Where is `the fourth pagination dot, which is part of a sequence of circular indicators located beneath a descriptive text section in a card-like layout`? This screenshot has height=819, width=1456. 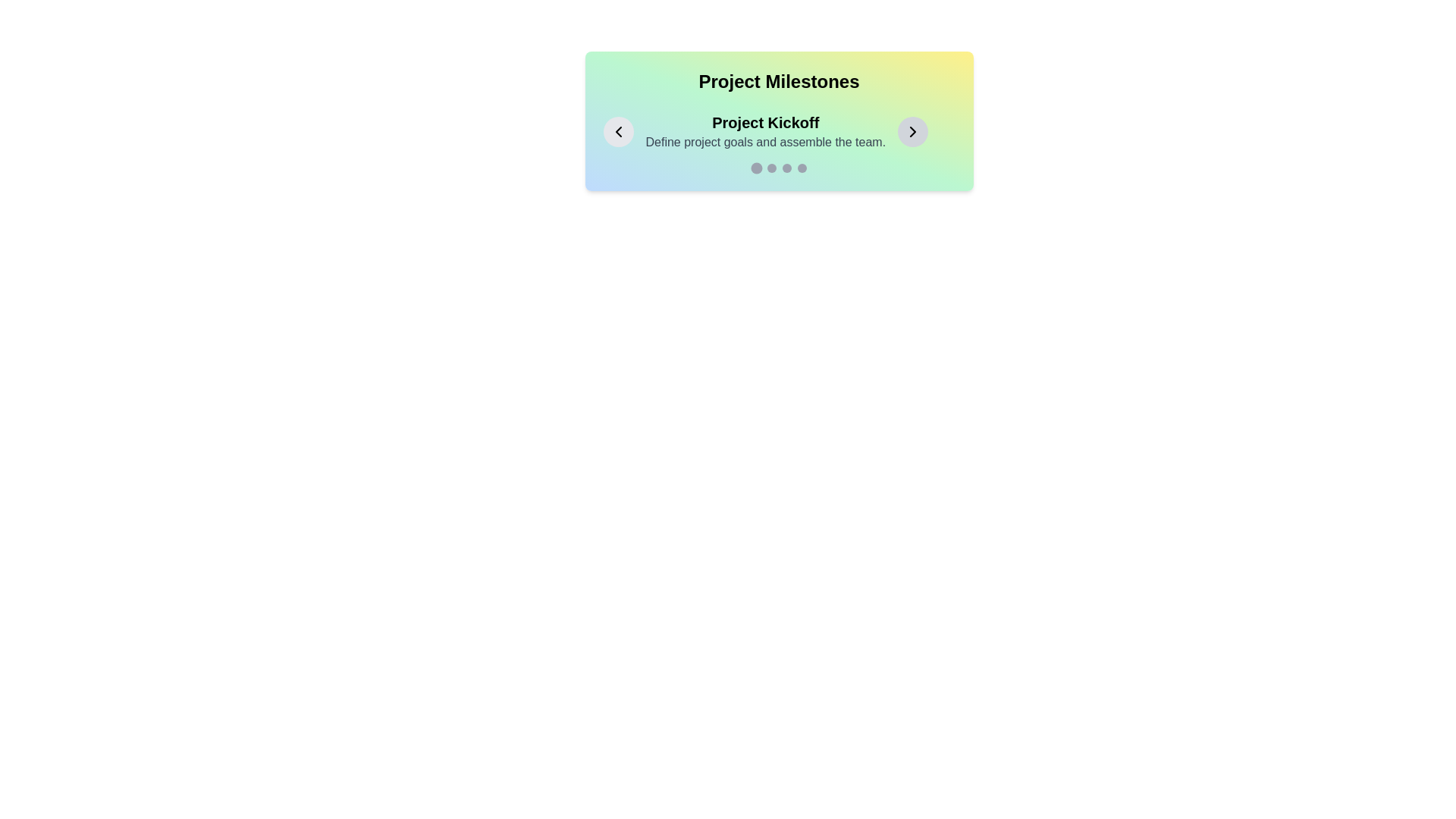 the fourth pagination dot, which is part of a sequence of circular indicators located beneath a descriptive text section in a card-like layout is located at coordinates (801, 168).